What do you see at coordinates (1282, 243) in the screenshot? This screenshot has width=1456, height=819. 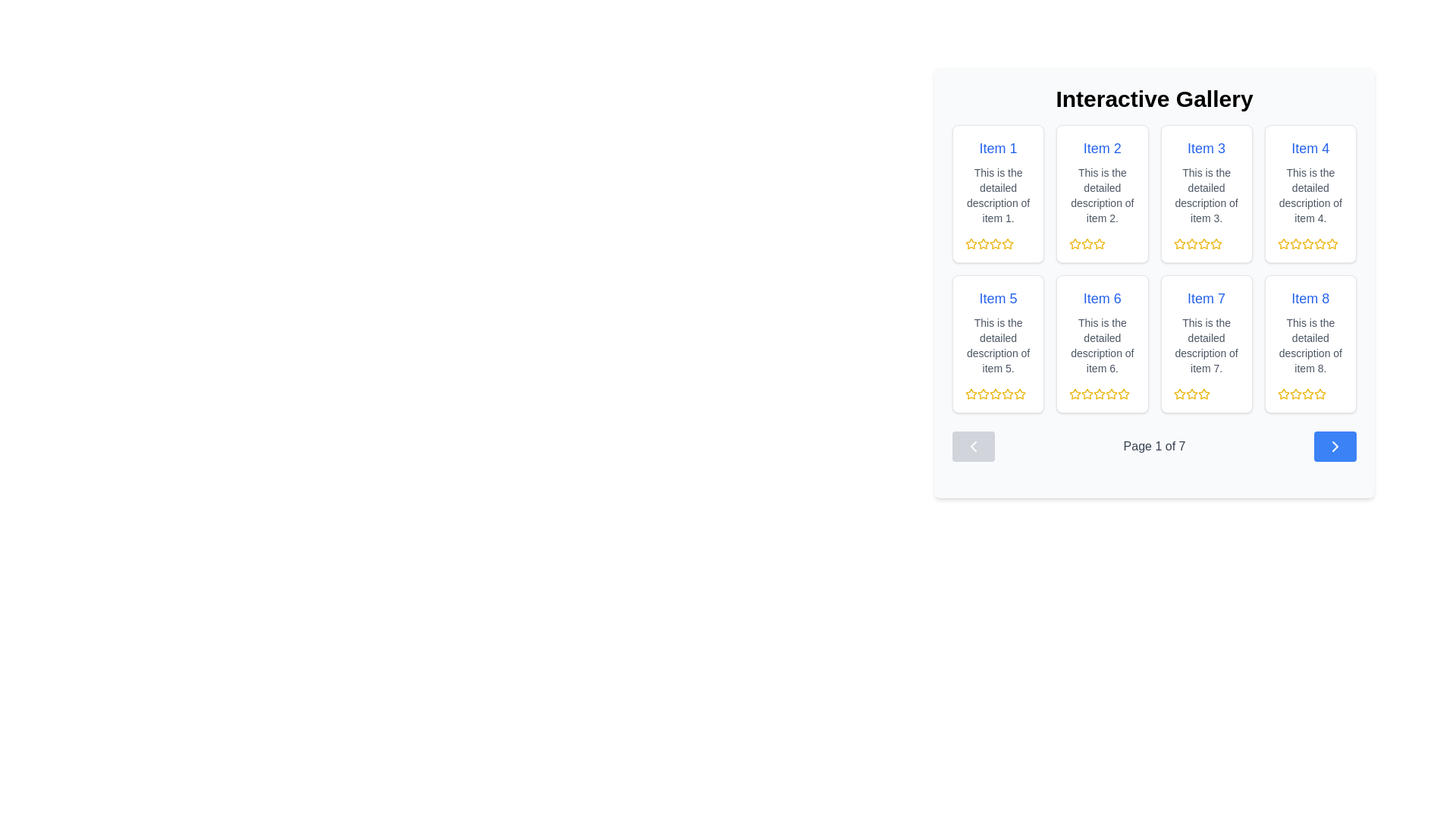 I see `the star-shaped icon with a yellow fill and dark stroke representing the second star in the rating section of 'Item 4' in the interactive gallery` at bounding box center [1282, 243].